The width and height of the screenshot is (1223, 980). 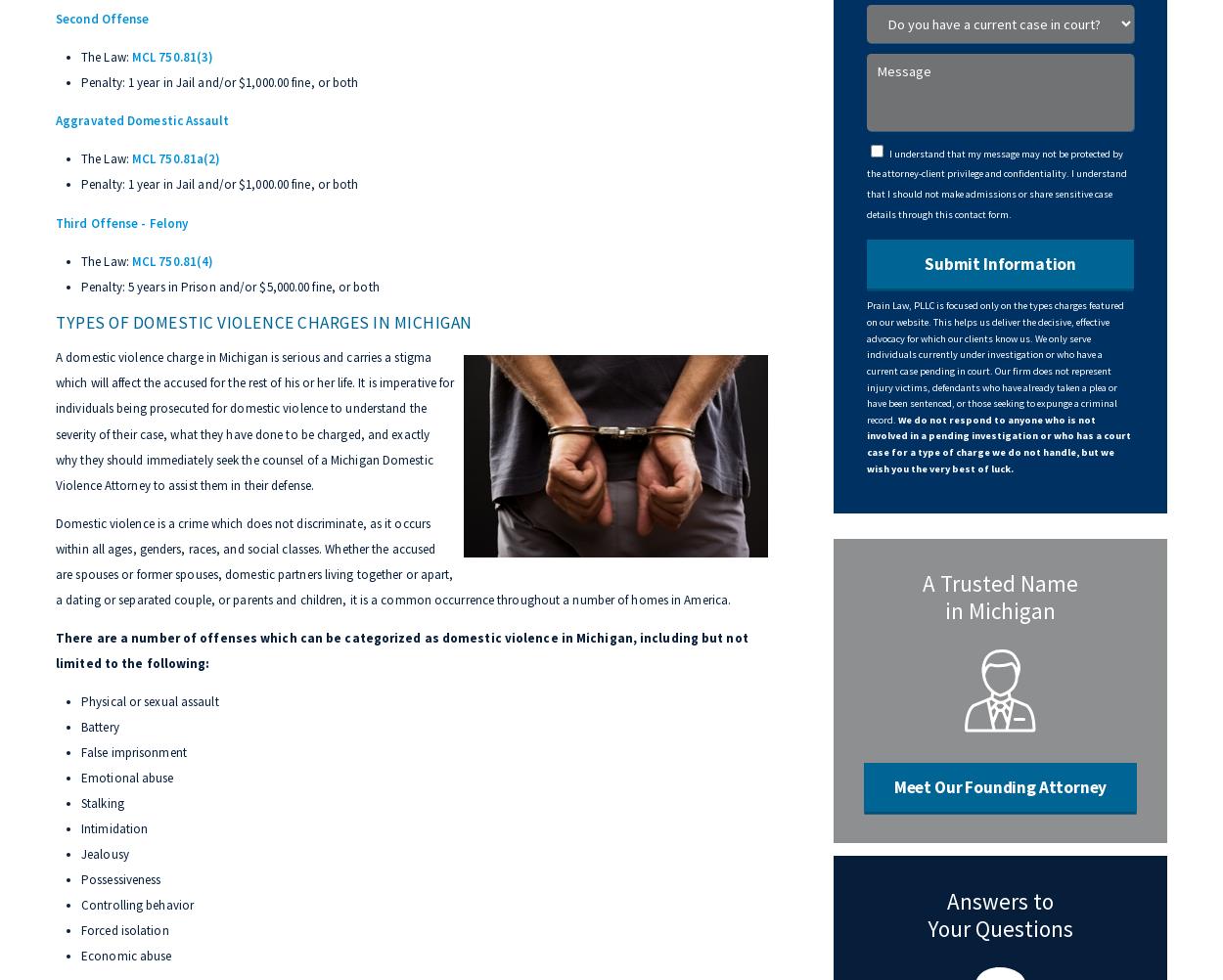 What do you see at coordinates (104, 853) in the screenshot?
I see `'Jealousy'` at bounding box center [104, 853].